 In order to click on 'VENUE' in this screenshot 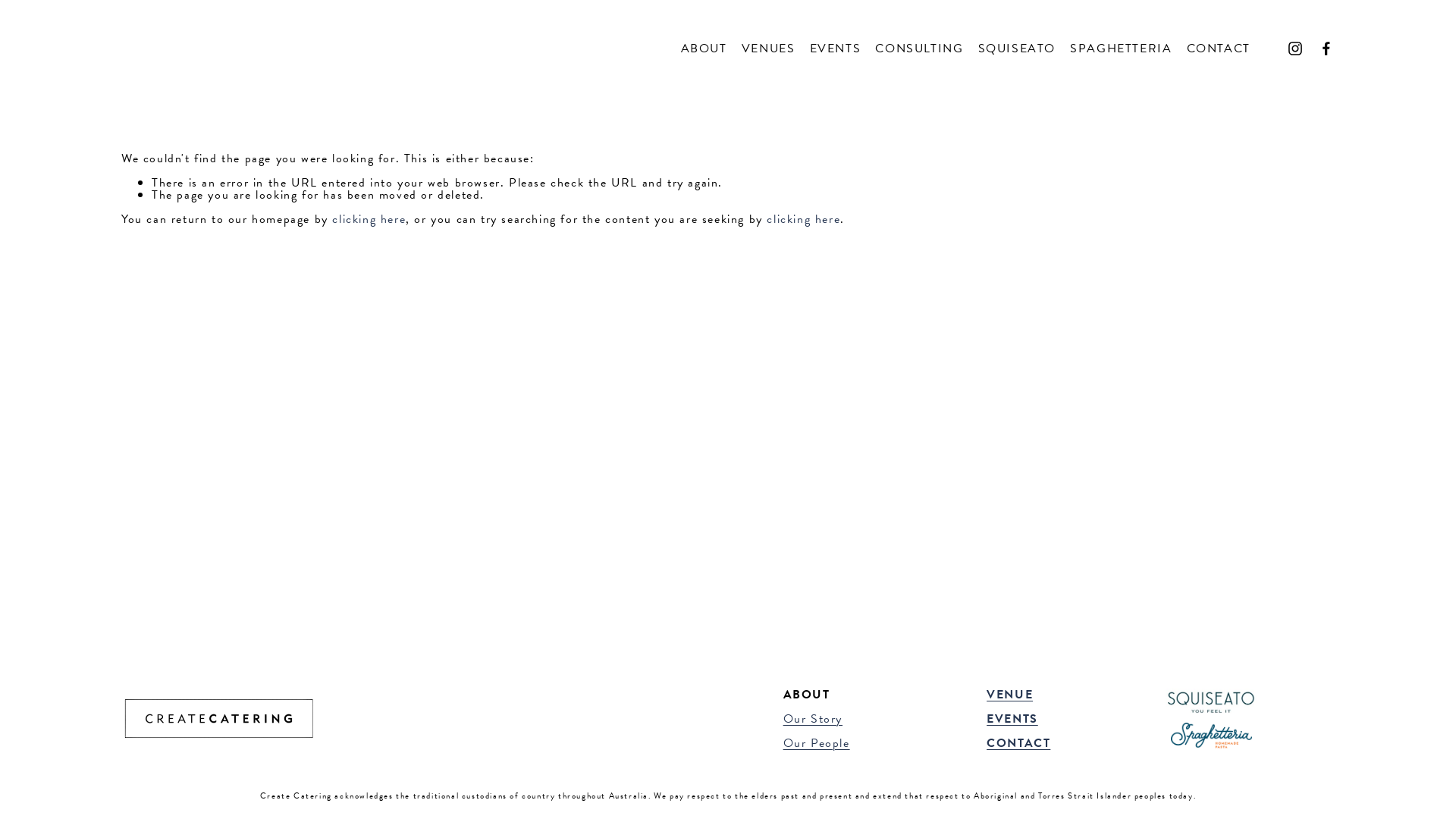, I will do `click(1009, 694)`.